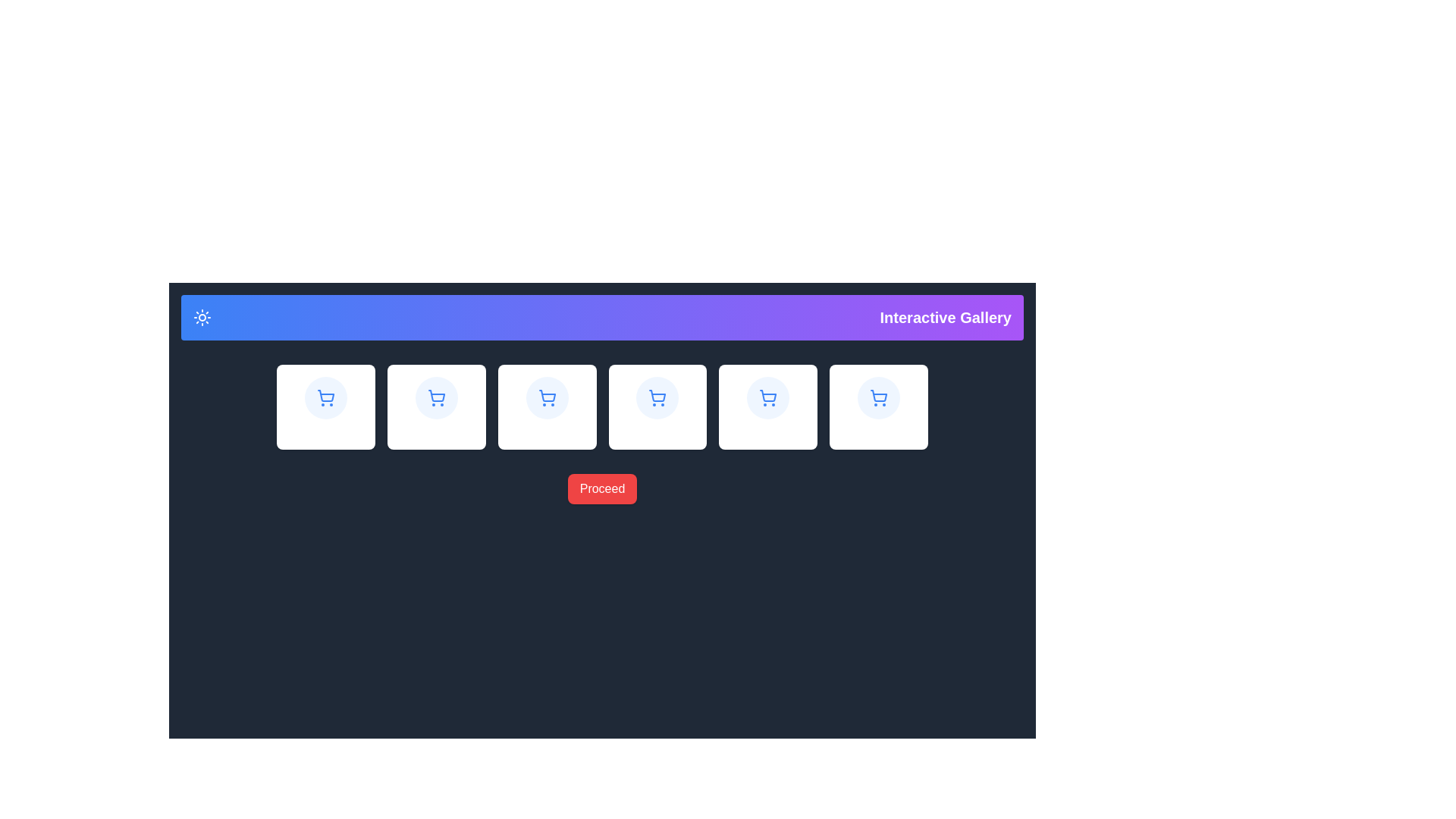 This screenshot has height=819, width=1456. I want to click on the third button in the horizontal grid of interactive shopping buttons, so click(435, 397).